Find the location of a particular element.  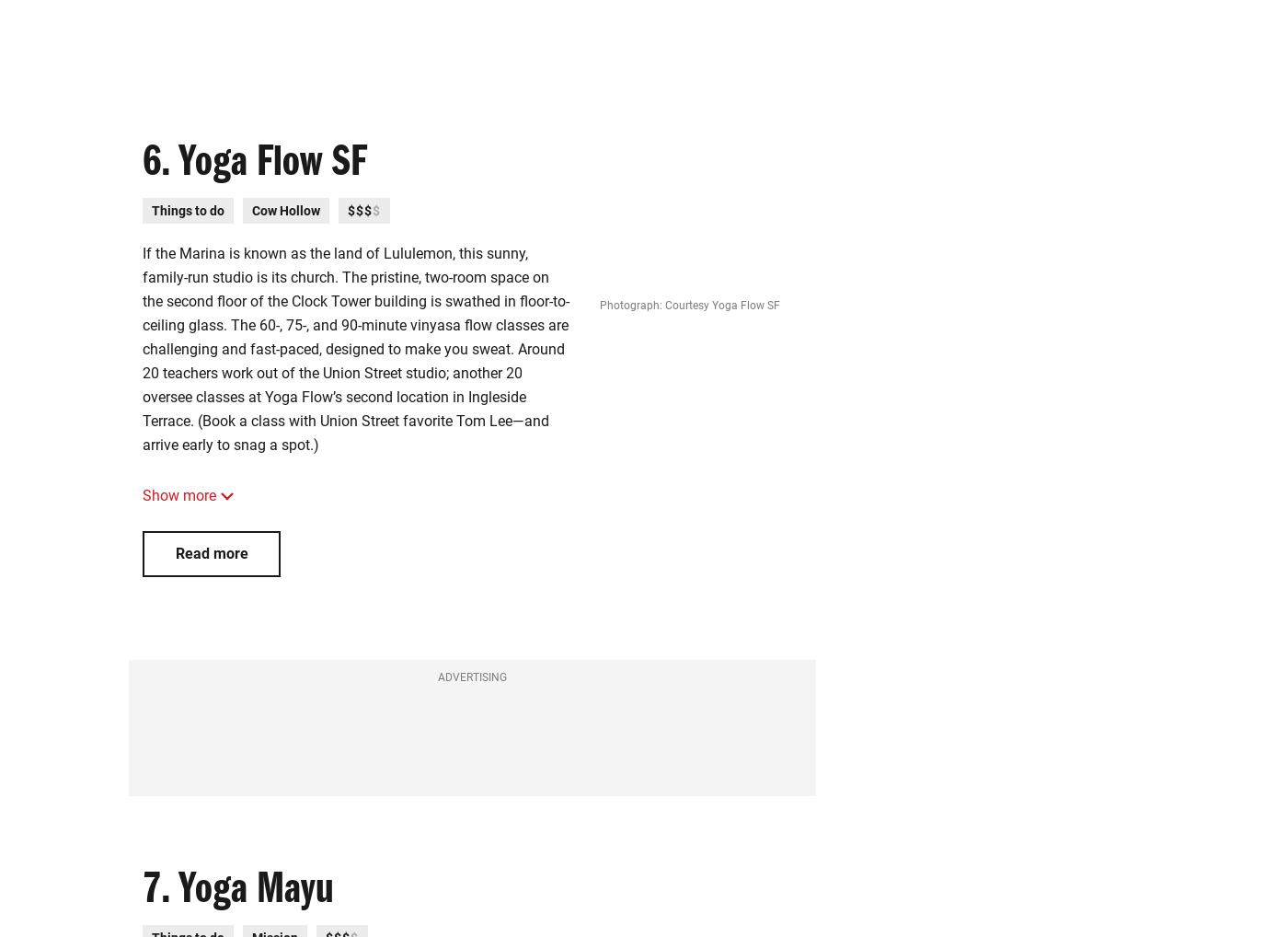

'6.' is located at coordinates (156, 167).